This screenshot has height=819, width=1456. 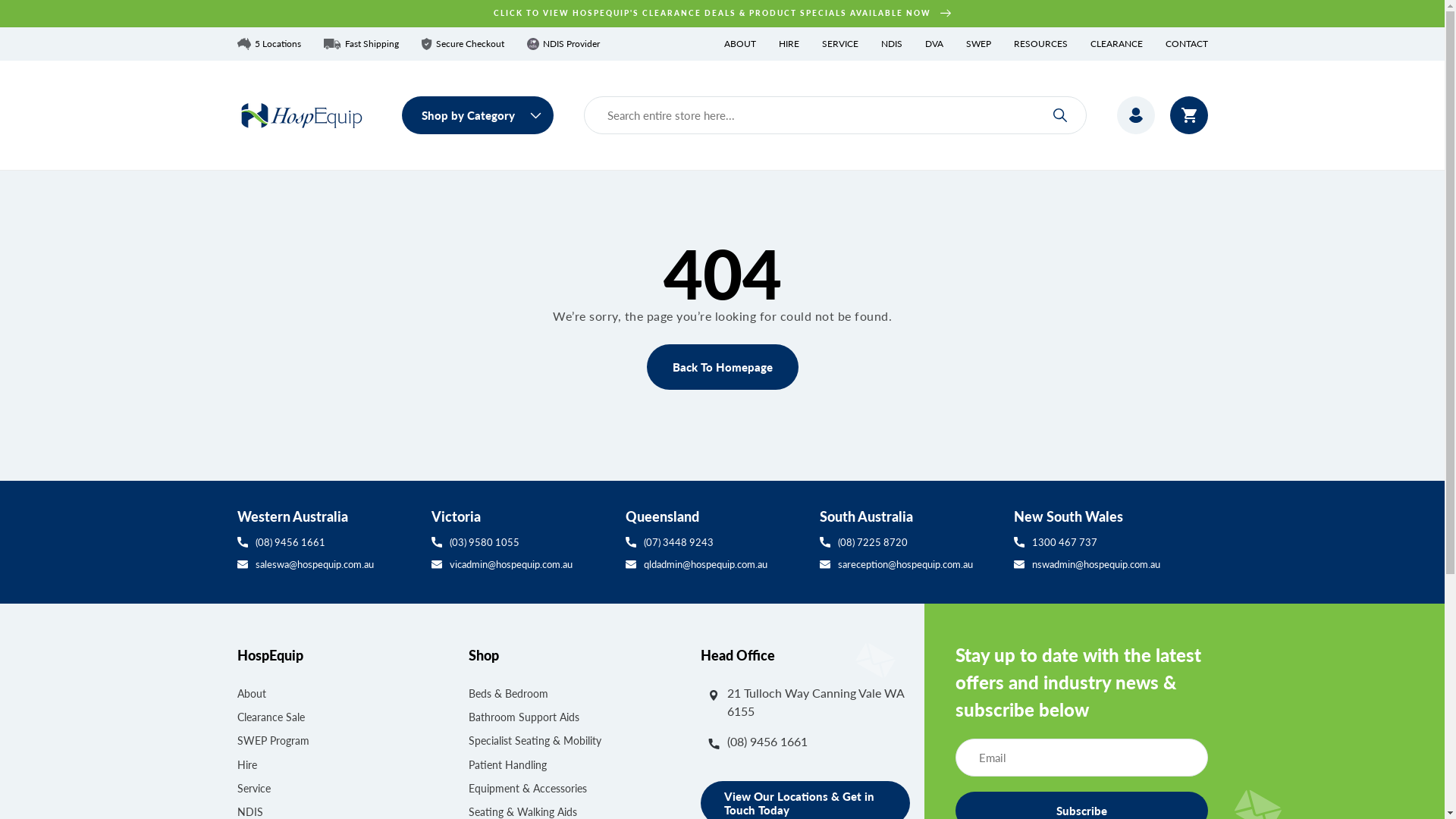 What do you see at coordinates (508, 694) in the screenshot?
I see `'Beds & Bedroom'` at bounding box center [508, 694].